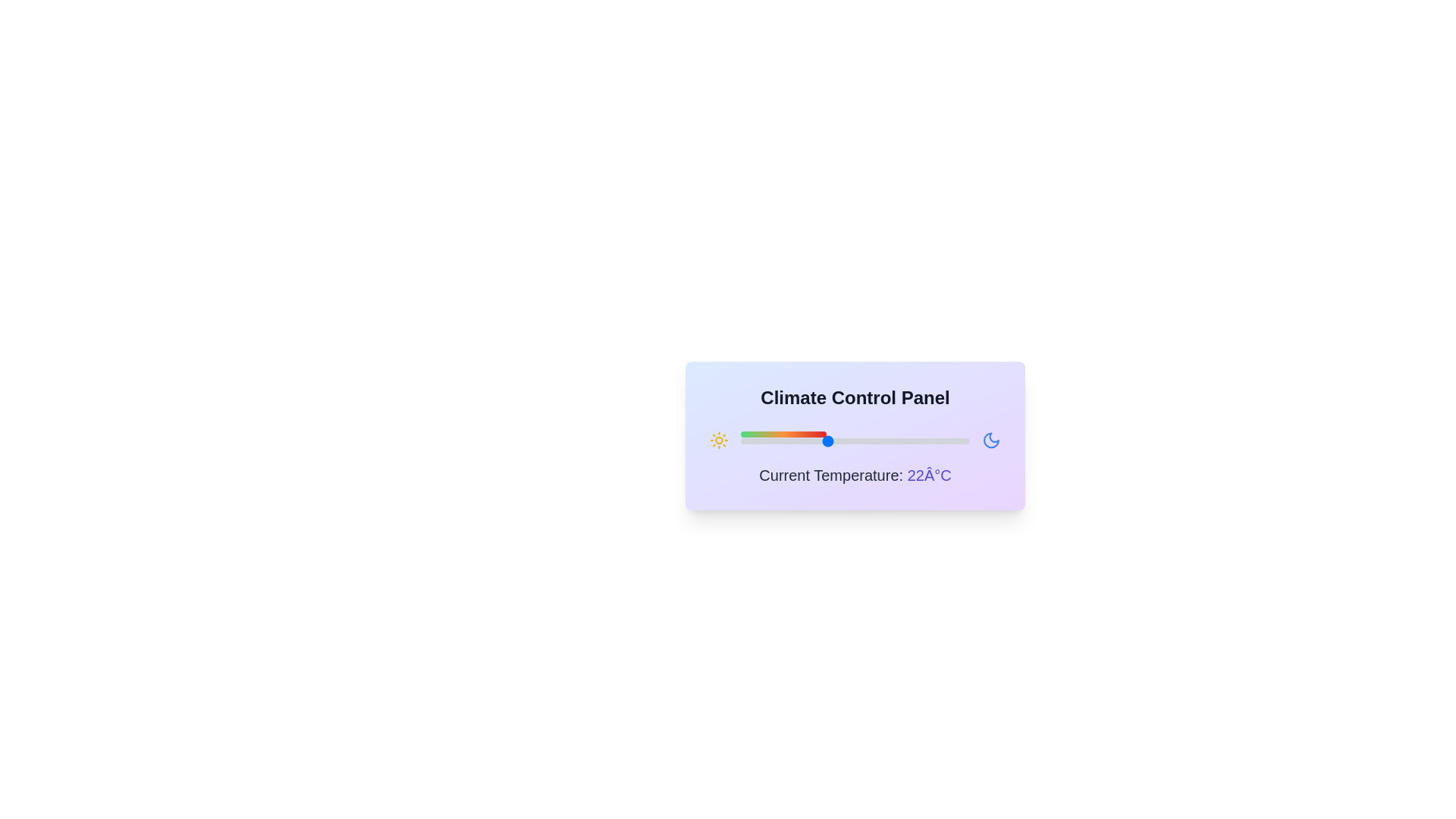 The width and height of the screenshot is (1456, 819). Describe the element at coordinates (855, 475) in the screenshot. I see `displayed temperature value from the text label showing 'Current Temperature: 22°C' in the Climate Control Panel interface` at that location.